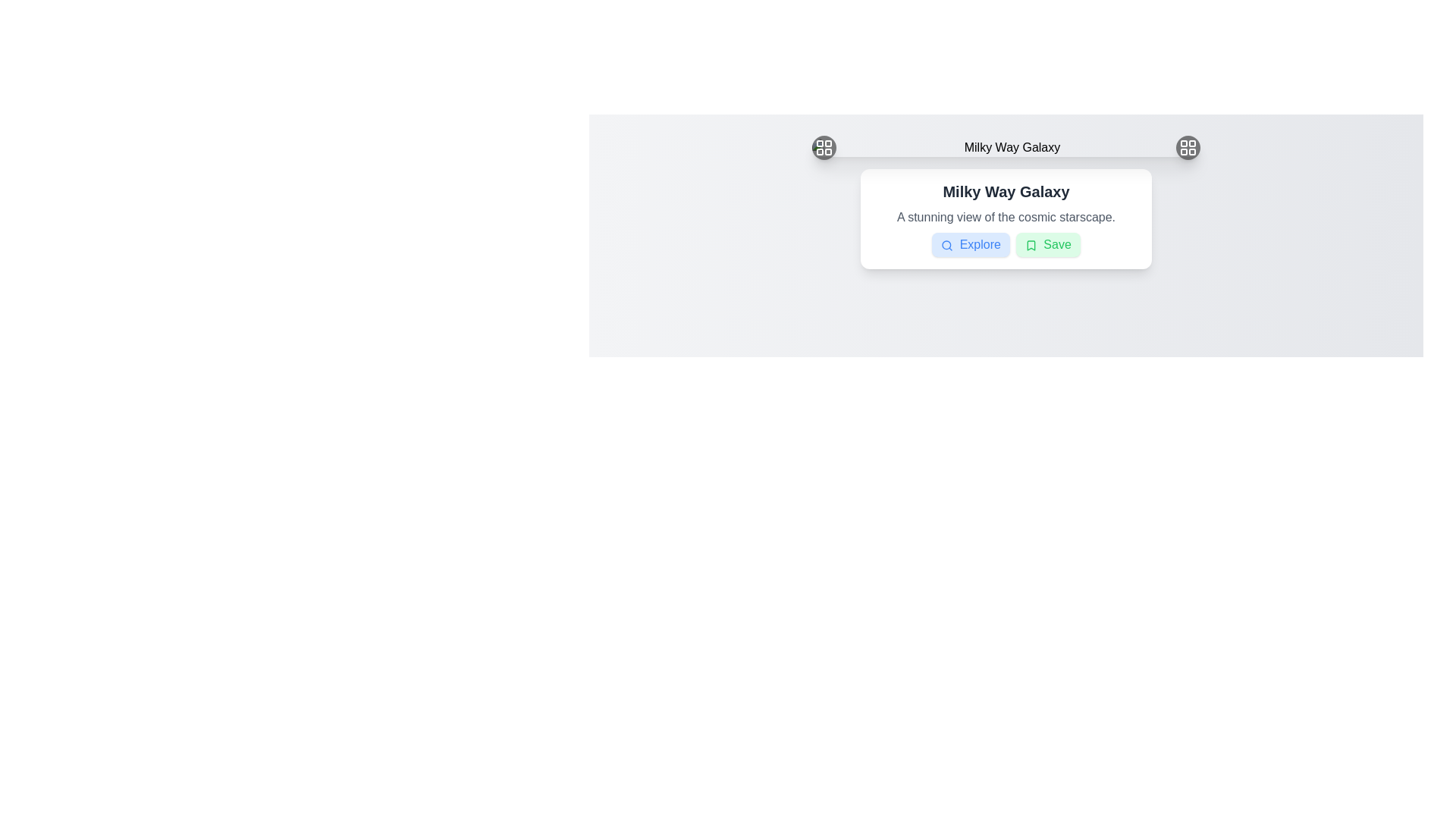 This screenshot has width=1456, height=819. Describe the element at coordinates (946, 244) in the screenshot. I see `the circular search icon located inside the 'Explore' button, positioned to the left of its text label below the title 'Milky Way Galaxy'` at that location.